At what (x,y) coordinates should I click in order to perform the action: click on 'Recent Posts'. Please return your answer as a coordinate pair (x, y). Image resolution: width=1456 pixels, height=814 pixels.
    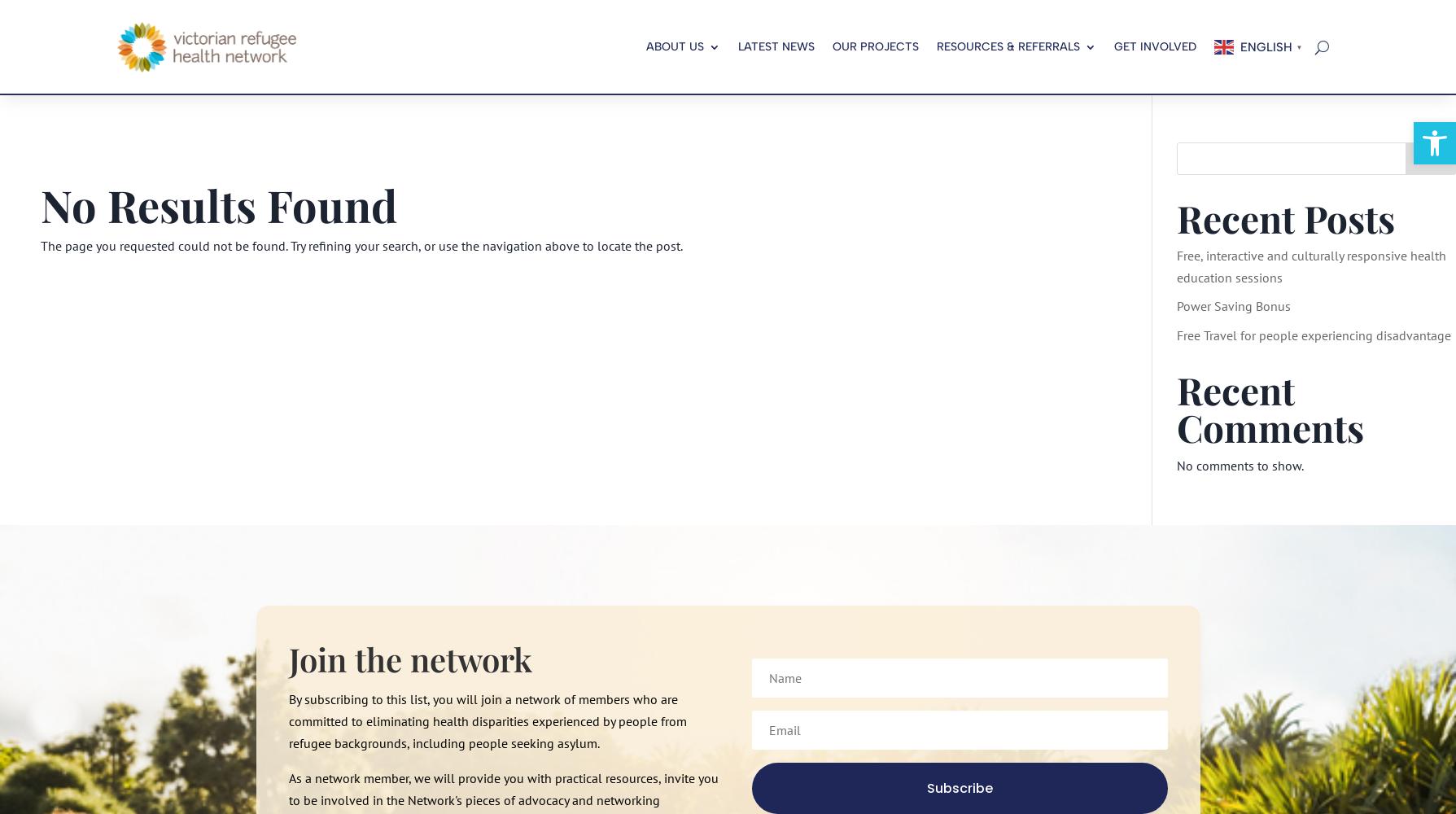
    Looking at the image, I should click on (1283, 218).